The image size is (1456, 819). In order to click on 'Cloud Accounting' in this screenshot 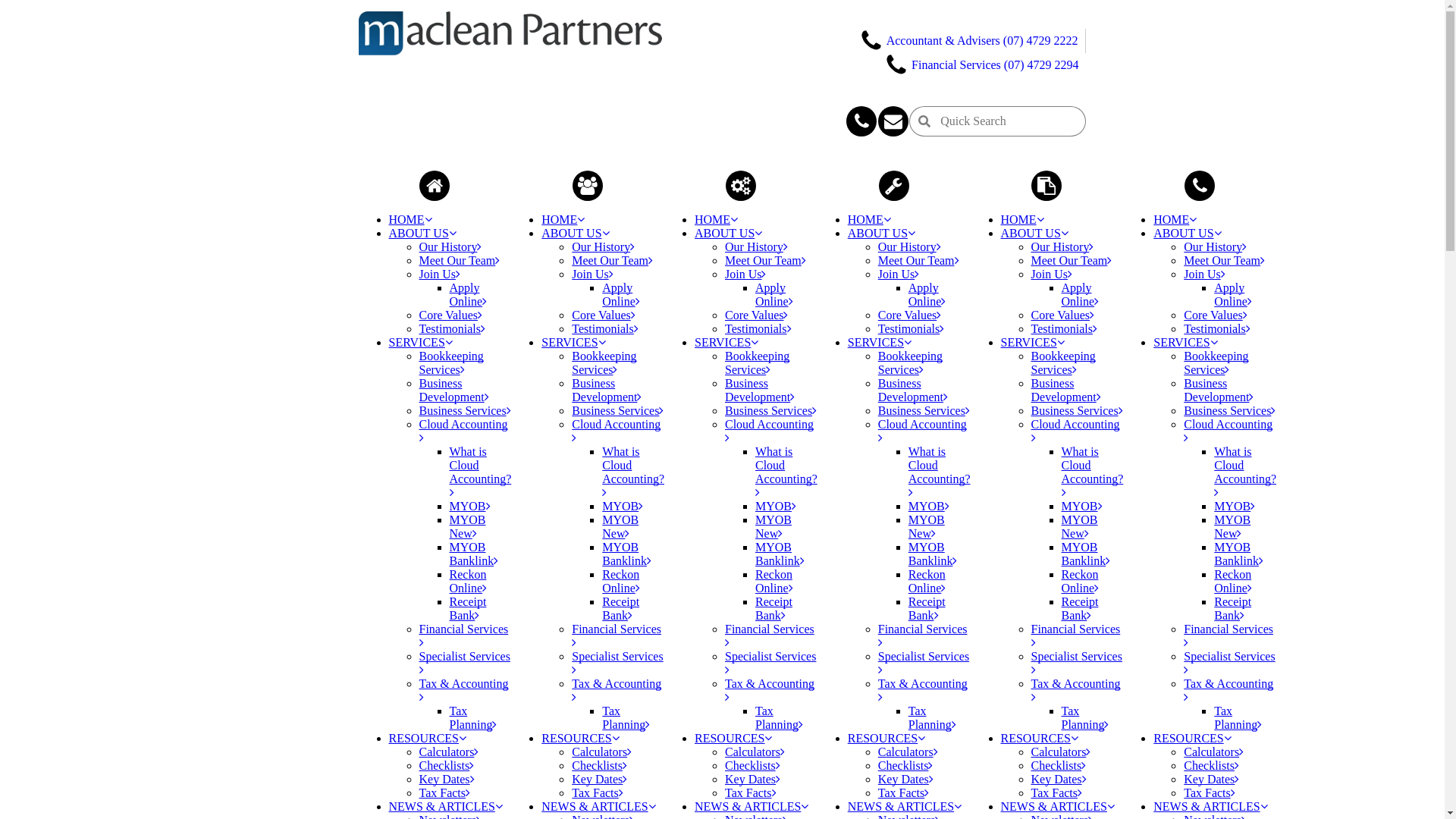, I will do `click(1228, 431)`.